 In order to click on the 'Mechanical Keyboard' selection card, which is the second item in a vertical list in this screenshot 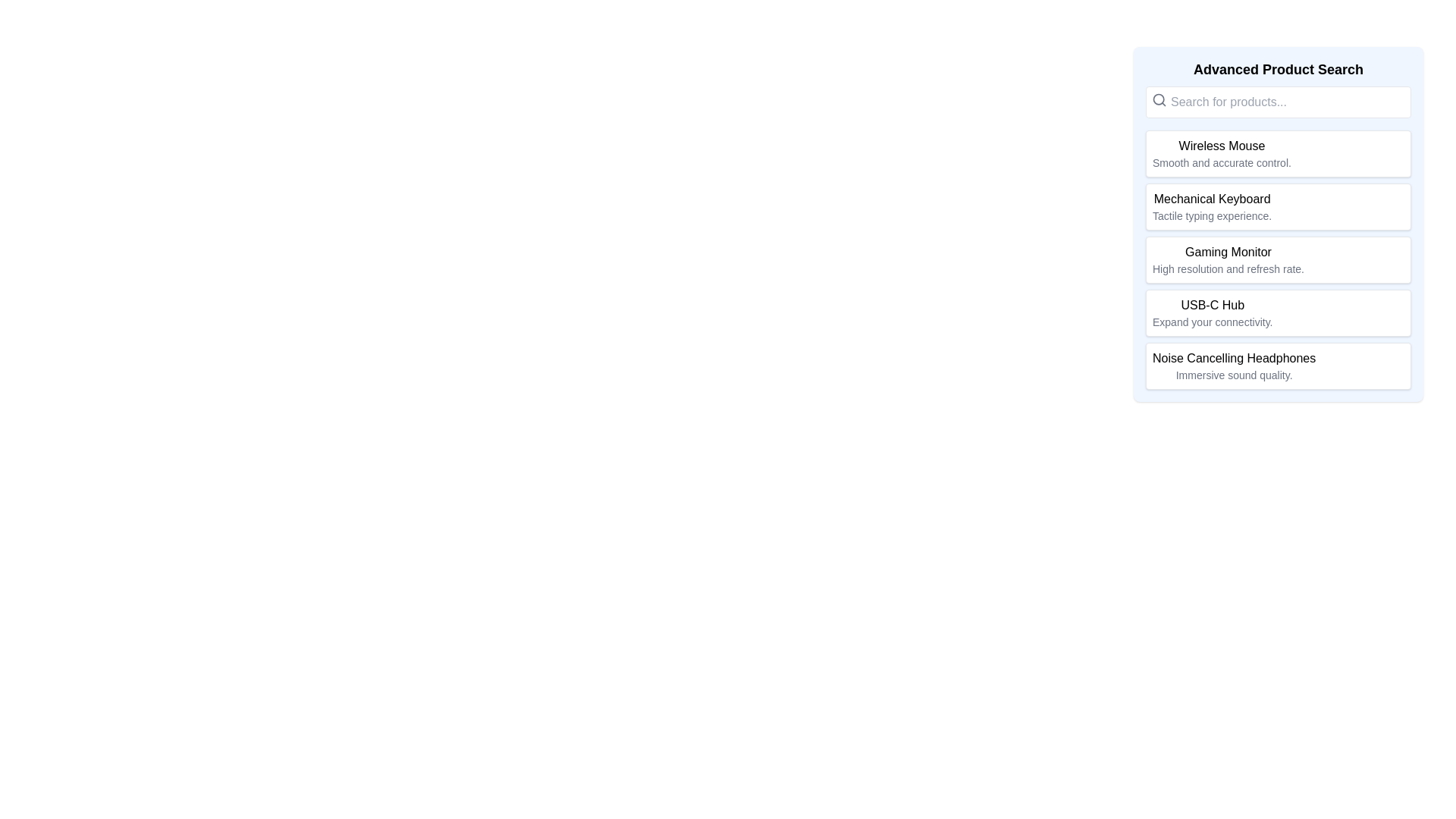, I will do `click(1277, 207)`.